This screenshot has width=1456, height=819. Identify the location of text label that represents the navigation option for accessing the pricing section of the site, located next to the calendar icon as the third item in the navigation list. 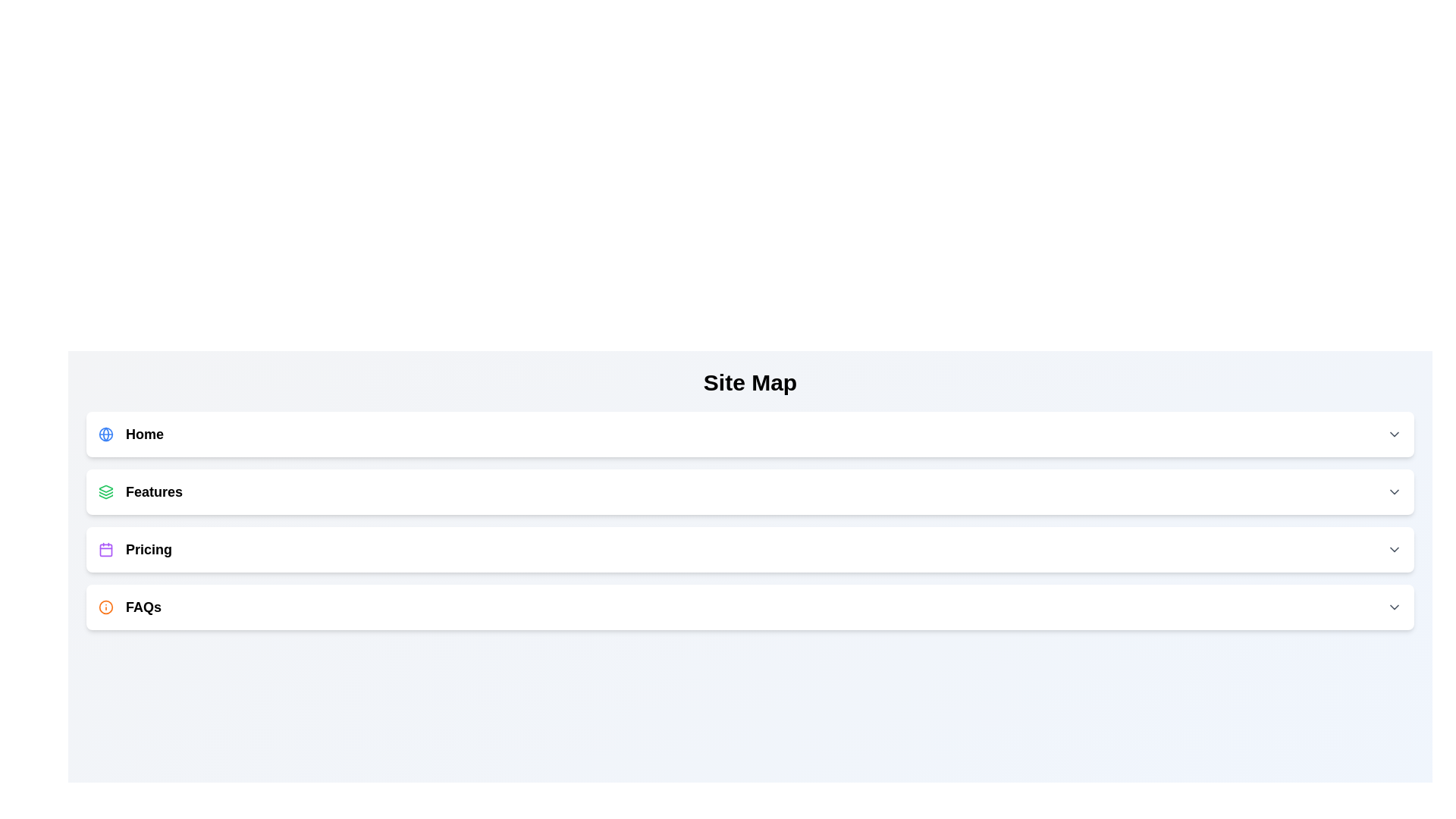
(149, 550).